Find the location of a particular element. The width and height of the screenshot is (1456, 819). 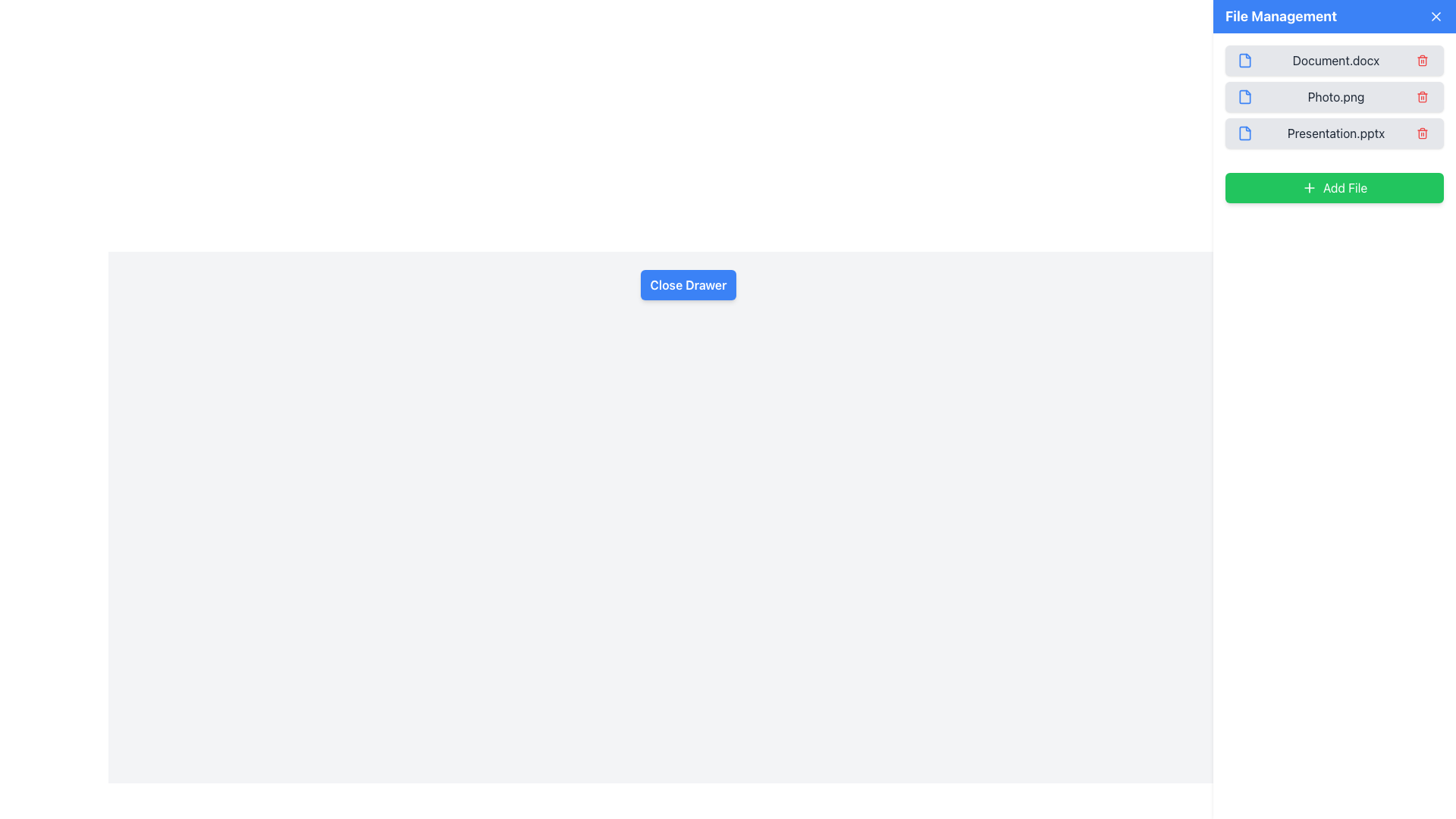

the delete button for the file 'Presentation.pptx' located in the 'File Management' section is located at coordinates (1422, 133).